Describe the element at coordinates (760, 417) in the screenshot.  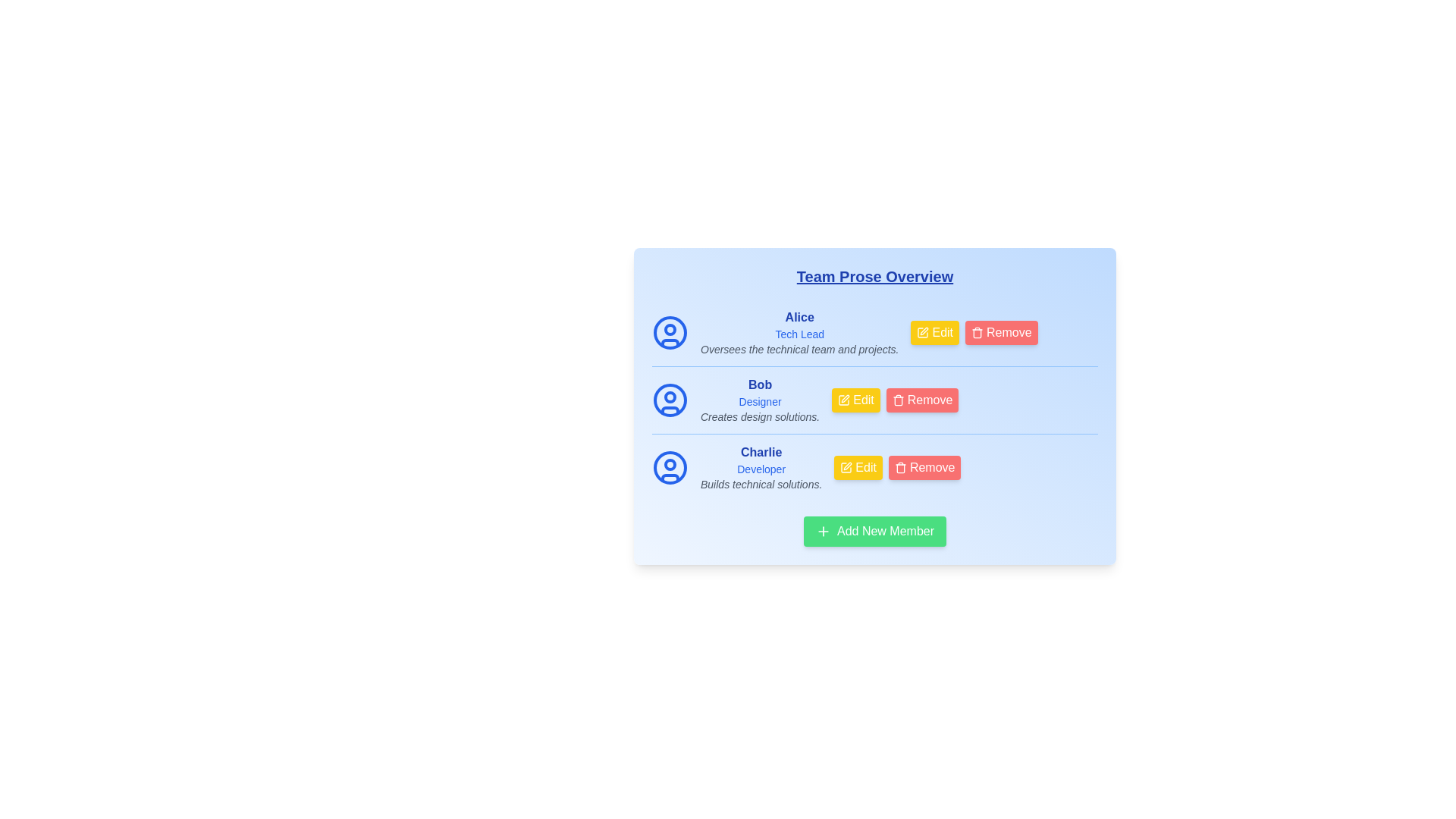
I see `the static text label describing details about 'Bob,' the Designer, located under his name in the second row of the team profiles` at that location.